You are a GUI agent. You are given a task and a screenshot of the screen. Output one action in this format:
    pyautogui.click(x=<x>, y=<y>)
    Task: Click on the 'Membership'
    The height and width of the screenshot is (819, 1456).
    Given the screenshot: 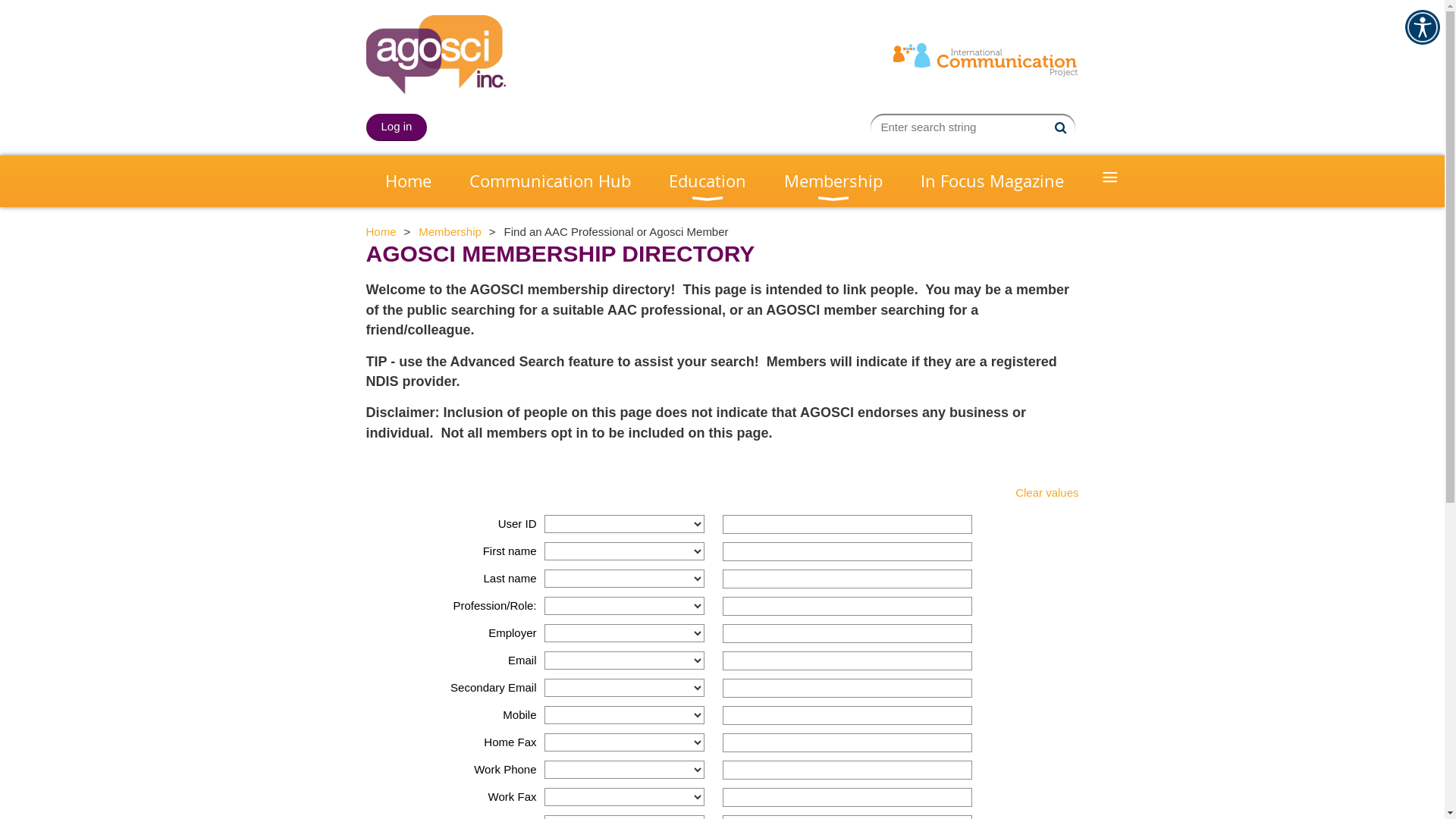 What is the action you would take?
    pyautogui.click(x=449, y=231)
    